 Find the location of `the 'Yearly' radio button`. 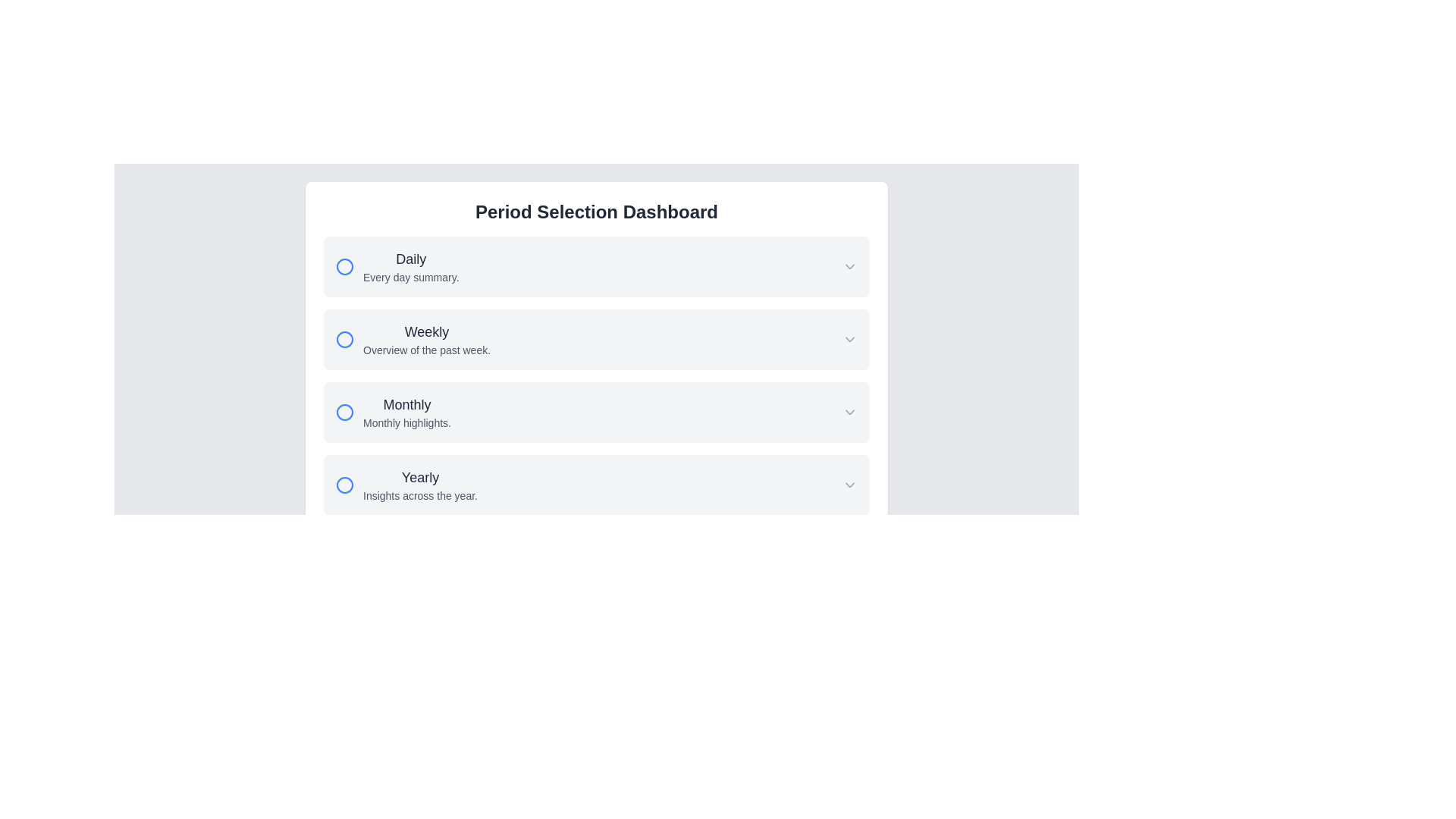

the 'Yearly' radio button is located at coordinates (344, 485).